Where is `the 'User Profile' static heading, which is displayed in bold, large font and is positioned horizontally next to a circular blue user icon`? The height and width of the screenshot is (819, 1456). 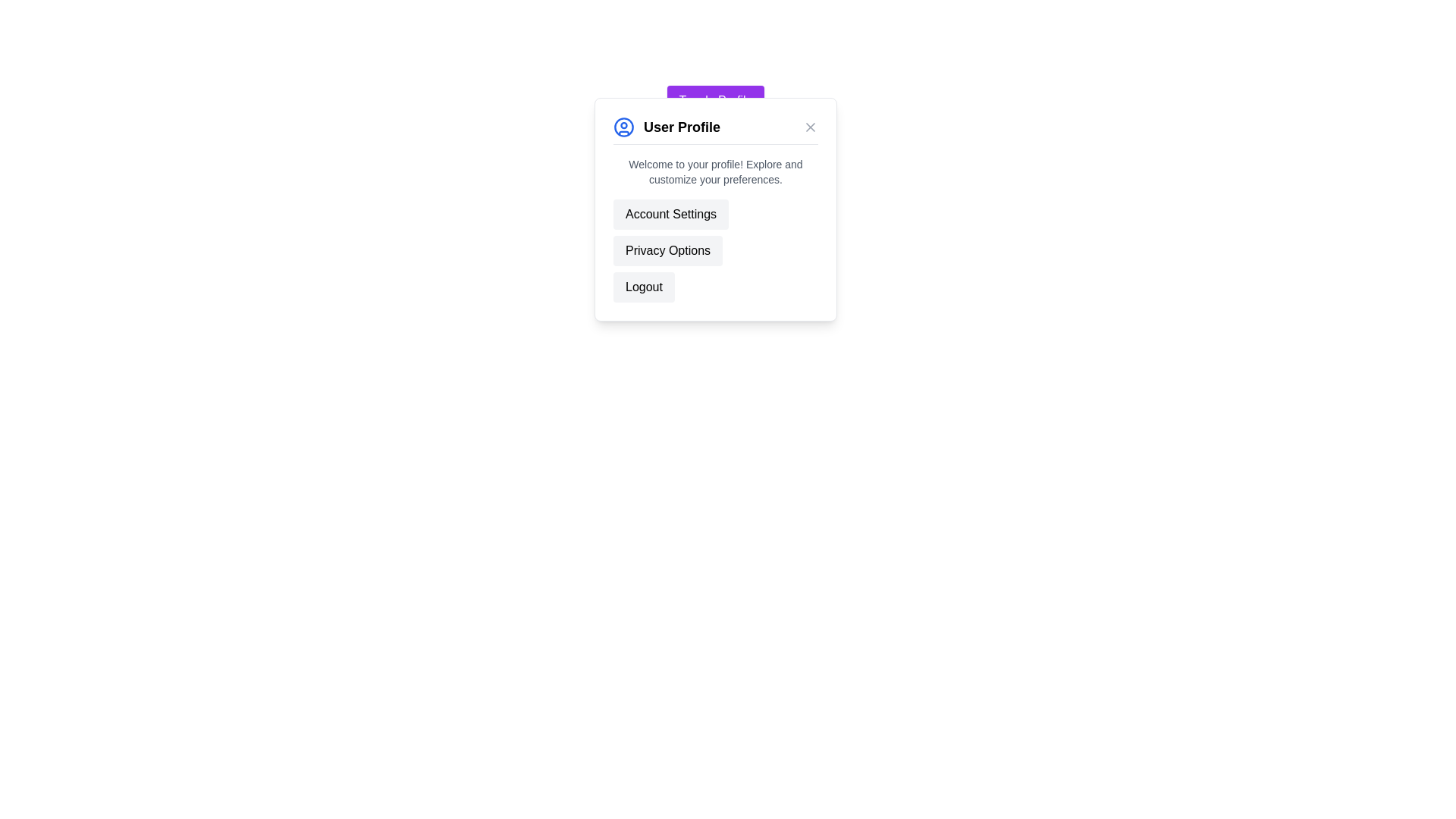 the 'User Profile' static heading, which is displayed in bold, large font and is positioned horizontally next to a circular blue user icon is located at coordinates (681, 127).